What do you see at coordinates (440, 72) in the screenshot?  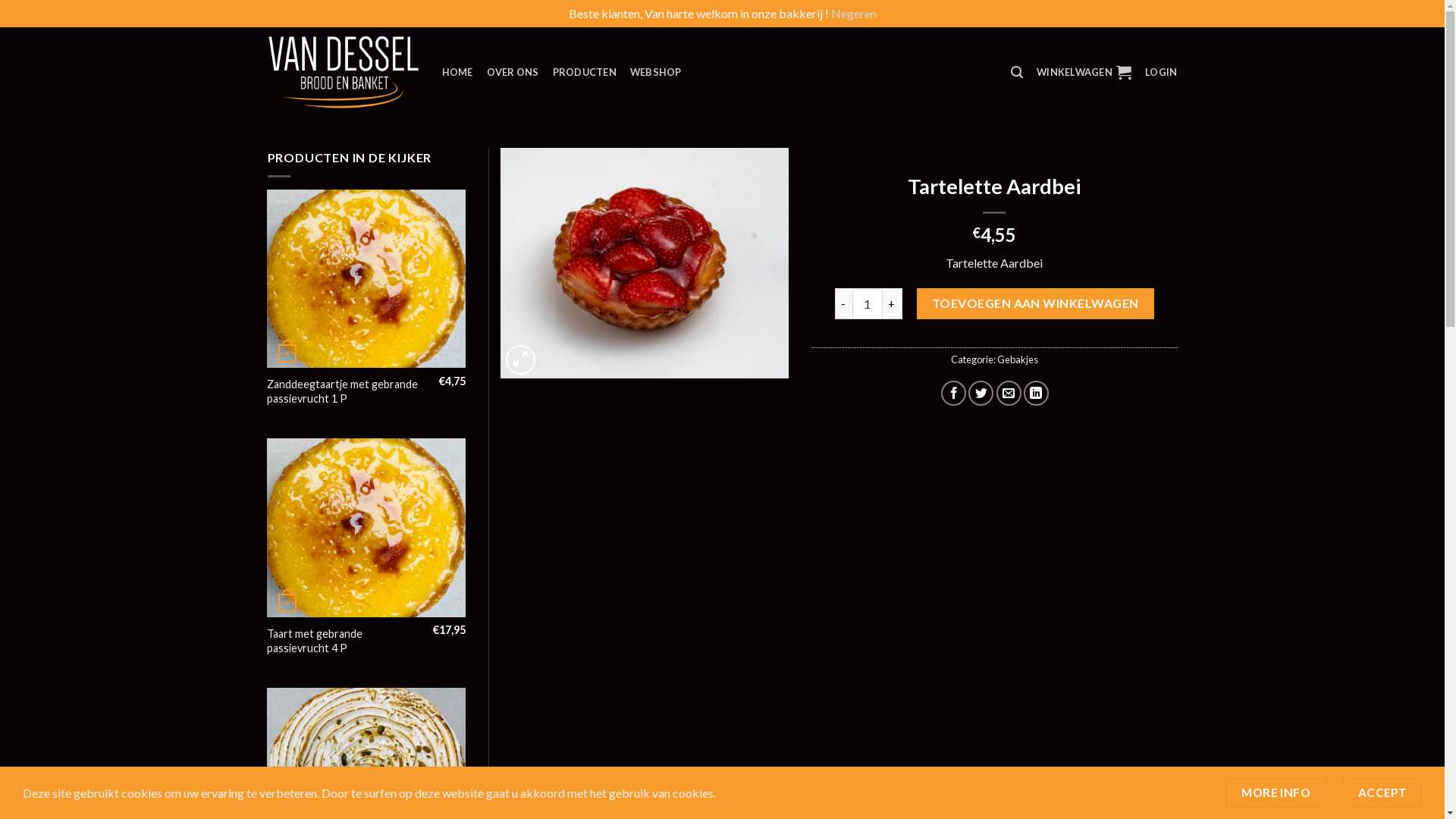 I see `'HOME'` at bounding box center [440, 72].